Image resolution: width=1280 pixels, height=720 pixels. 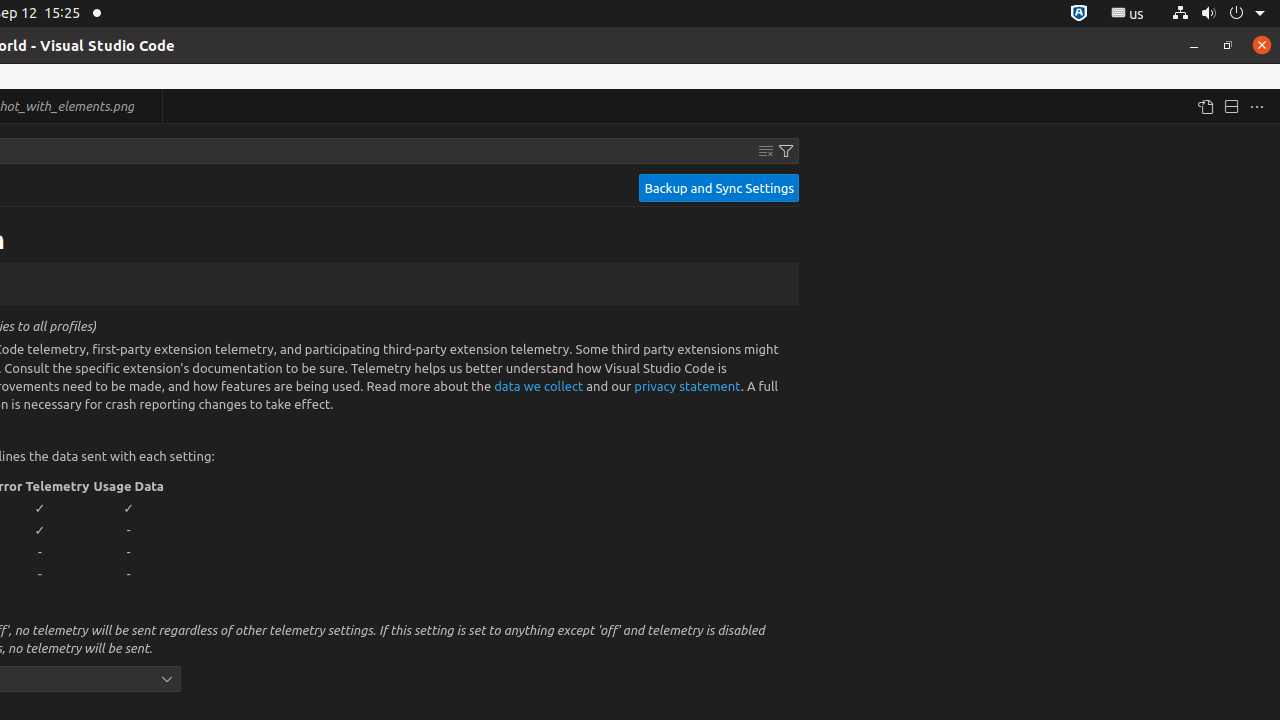 What do you see at coordinates (1203, 106) in the screenshot?
I see `'Open Settings (JSON)'` at bounding box center [1203, 106].